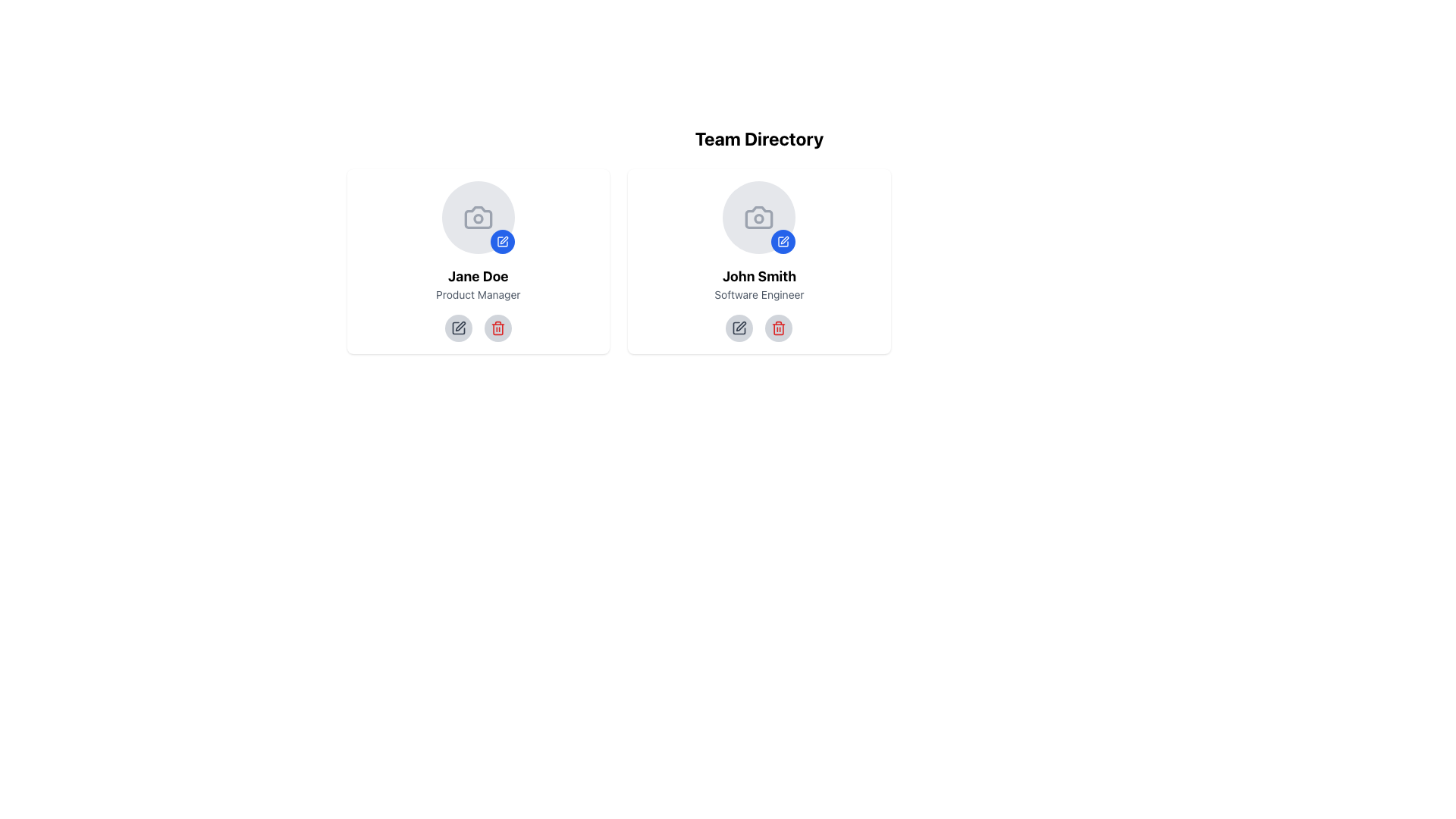 Image resolution: width=1456 pixels, height=819 pixels. I want to click on the delete button located below the profile picture and name of 'John Smith', which is the second button in the horizontal row of action buttons, so click(779, 327).